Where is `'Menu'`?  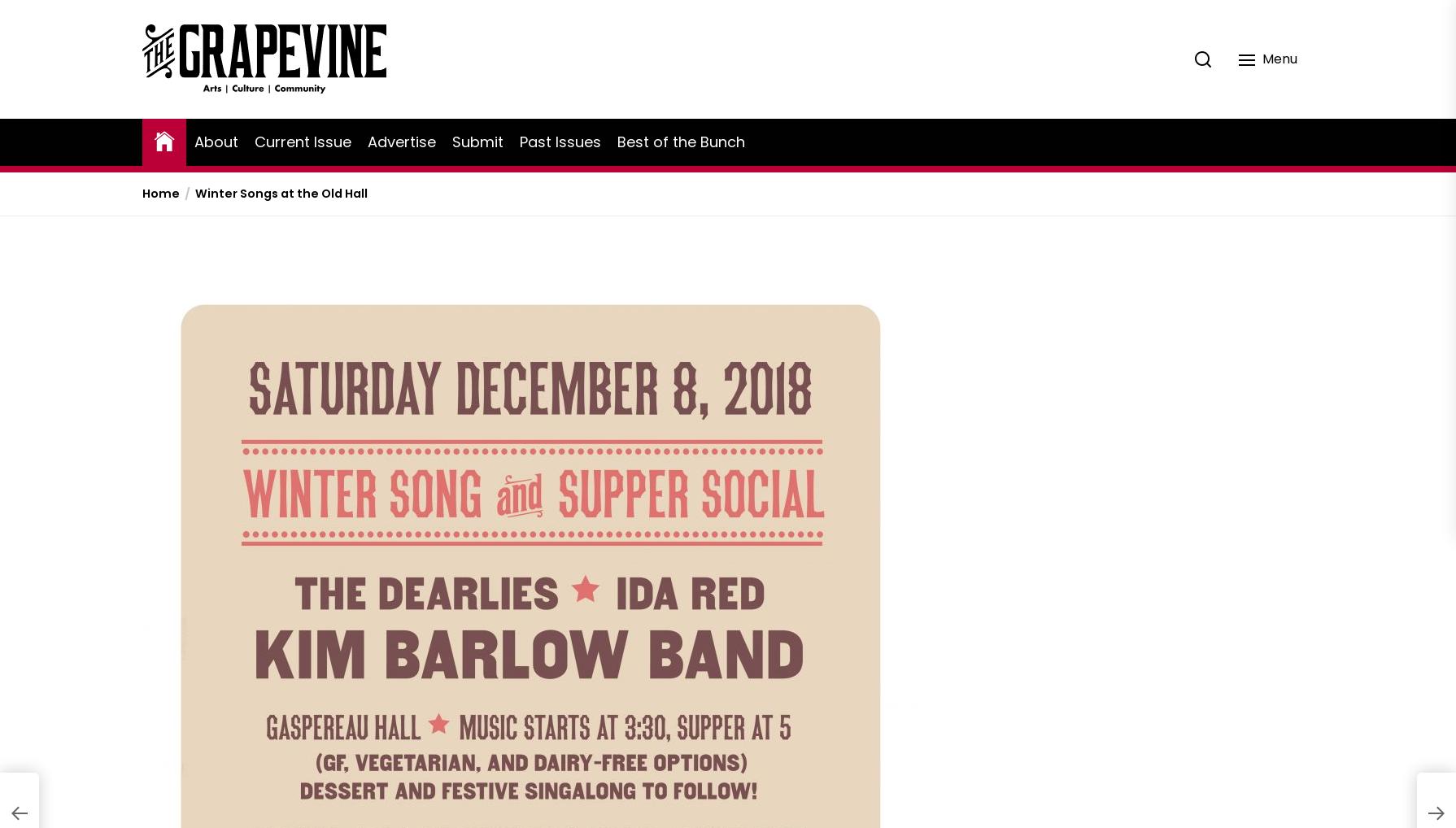
'Menu' is located at coordinates (1261, 58).